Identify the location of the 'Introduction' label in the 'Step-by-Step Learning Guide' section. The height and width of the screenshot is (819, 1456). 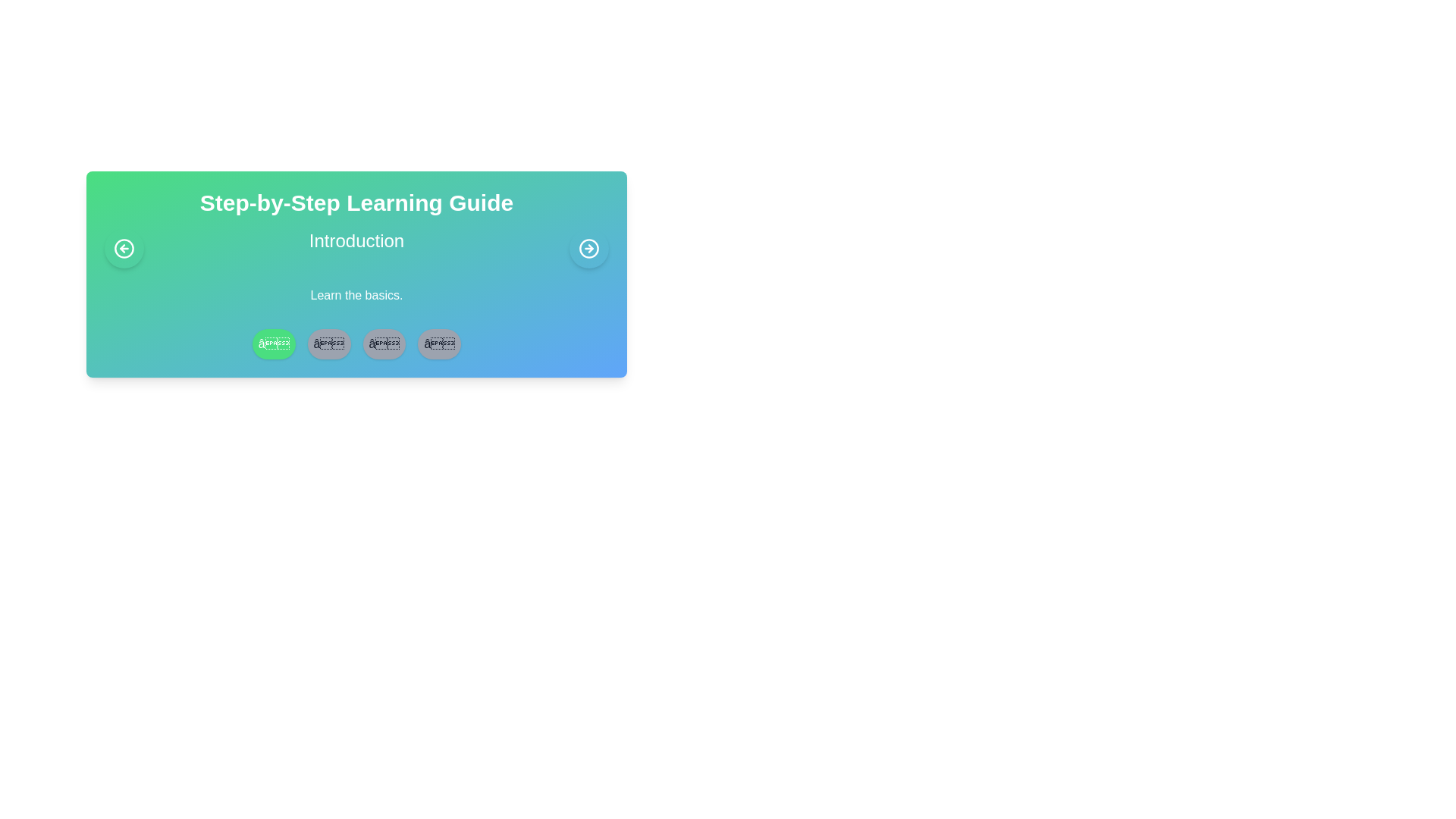
(356, 247).